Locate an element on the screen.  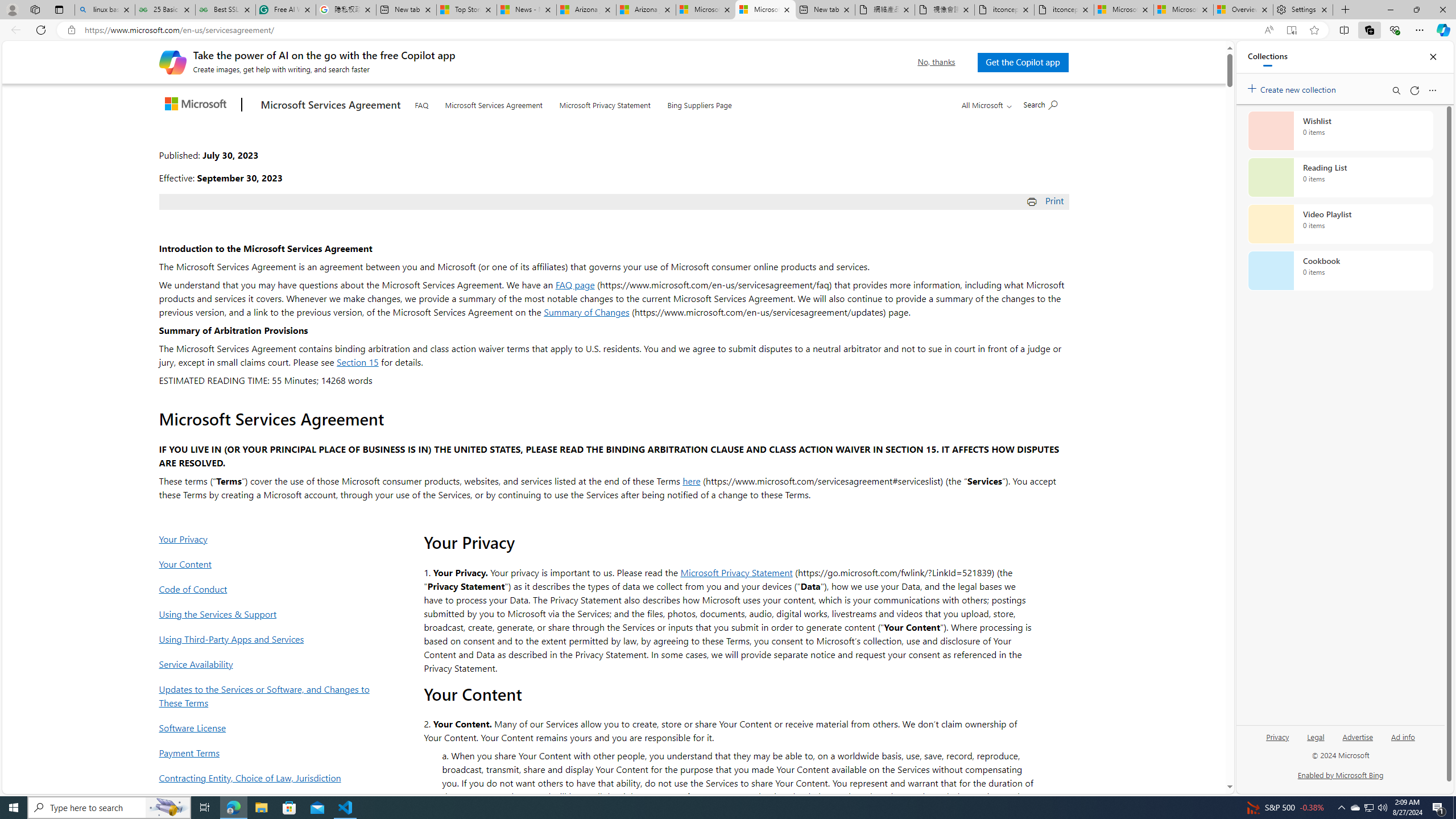
'Your Privacy' is located at coordinates (267, 538).